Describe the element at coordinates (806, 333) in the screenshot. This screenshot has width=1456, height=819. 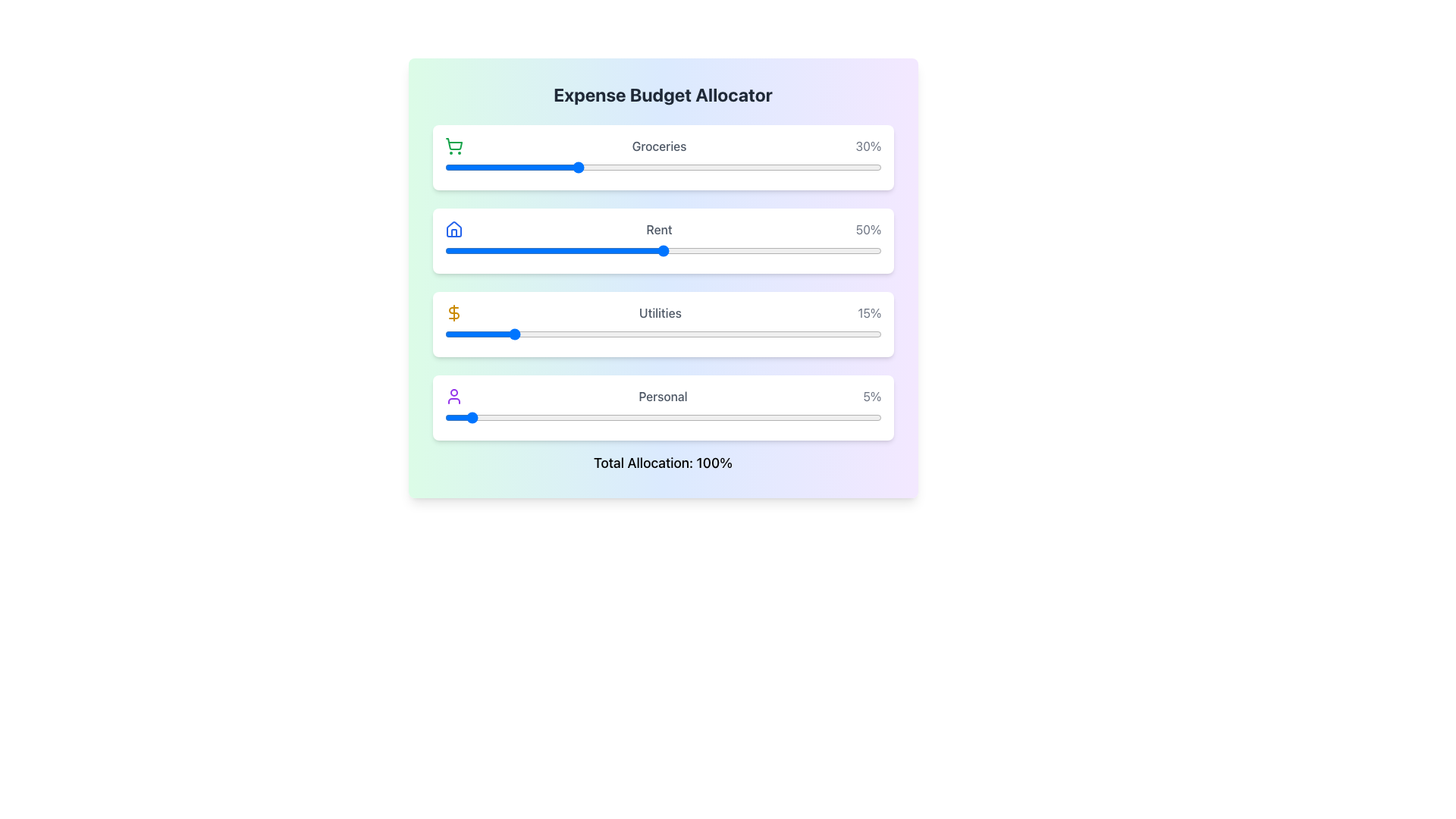
I see `the Utilities slider` at that location.